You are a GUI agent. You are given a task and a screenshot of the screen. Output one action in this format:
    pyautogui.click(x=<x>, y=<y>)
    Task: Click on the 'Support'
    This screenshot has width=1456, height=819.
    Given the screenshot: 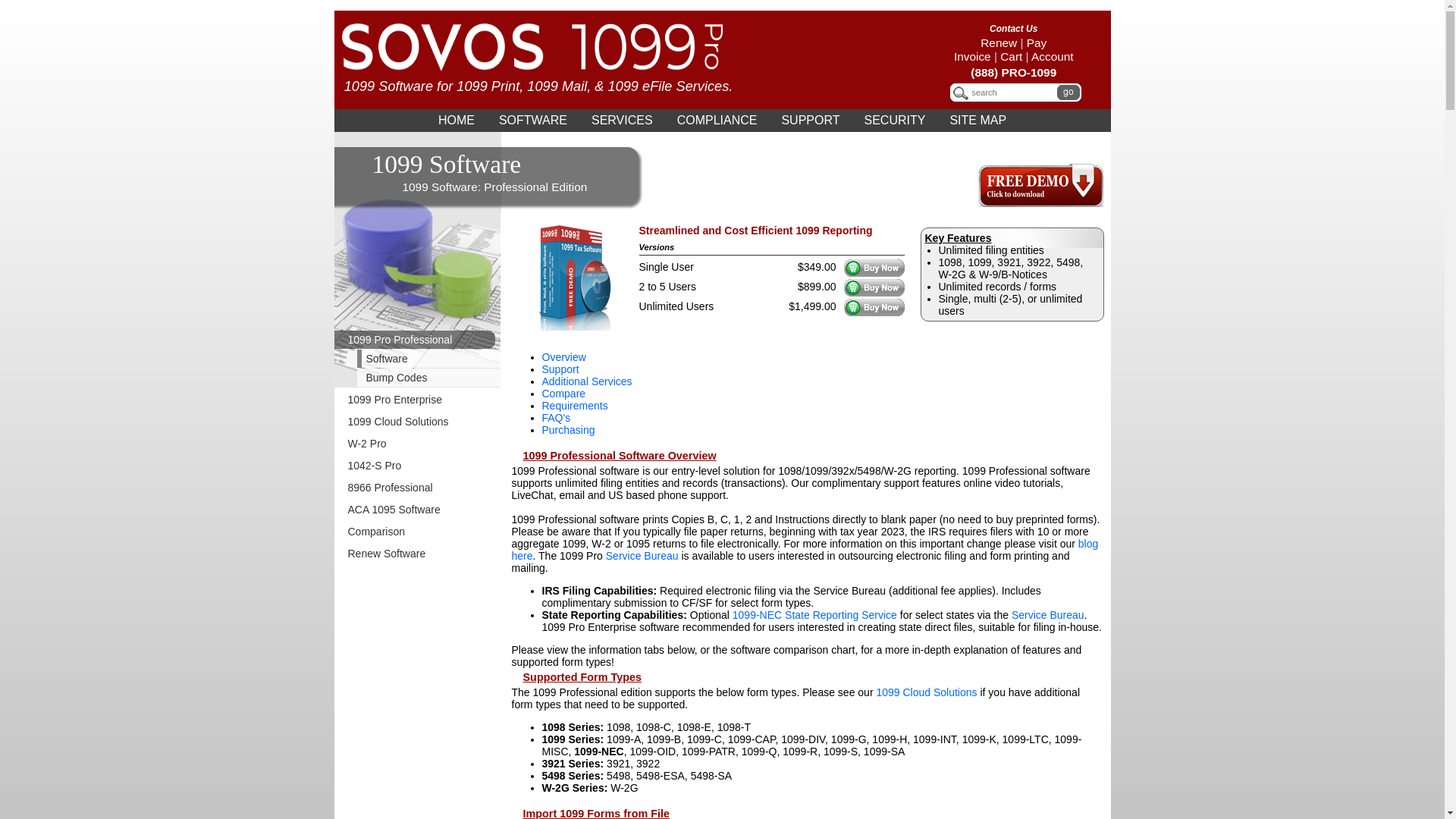 What is the action you would take?
    pyautogui.click(x=559, y=369)
    